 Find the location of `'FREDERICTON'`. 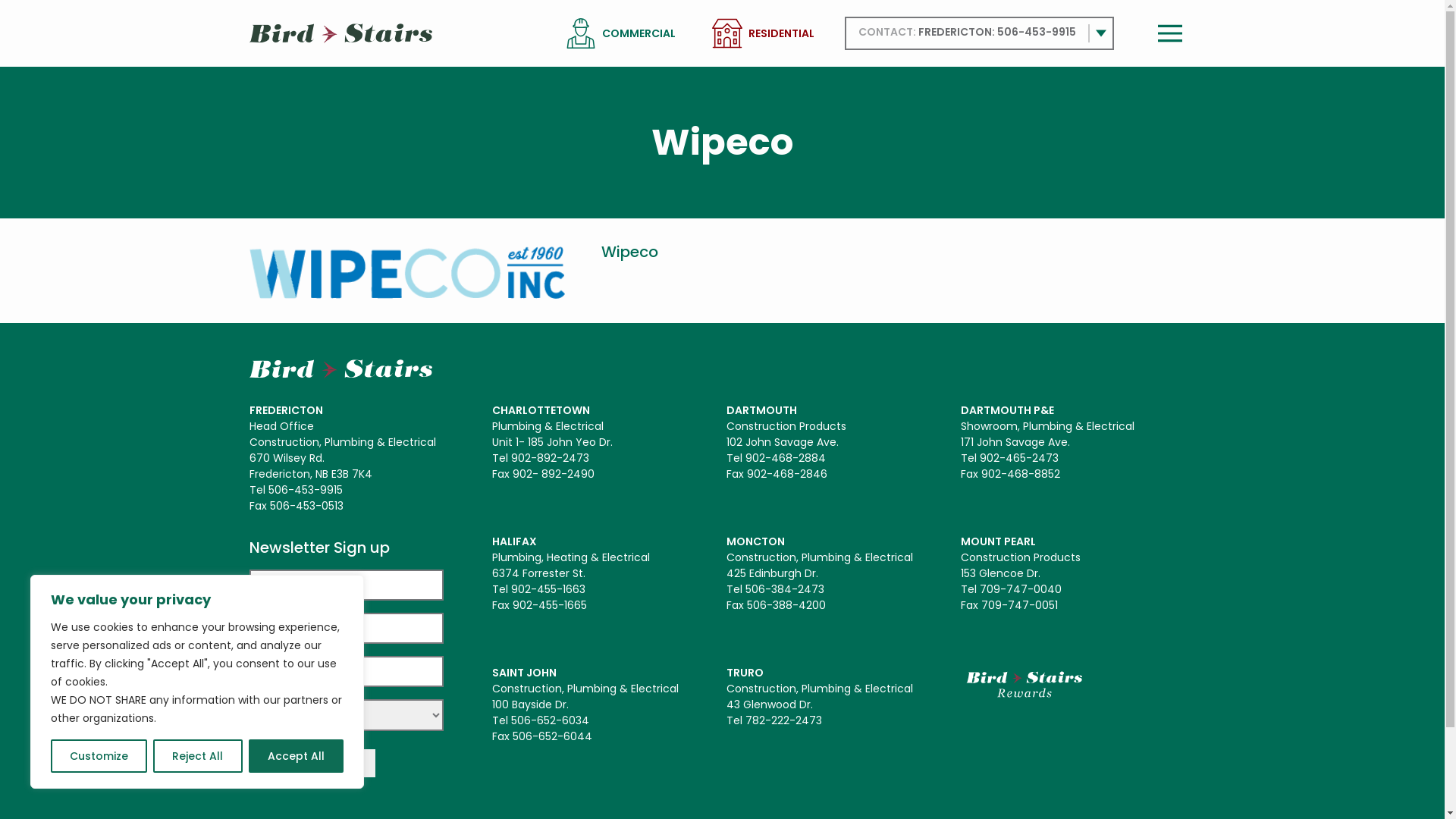

'FREDERICTON' is located at coordinates (285, 409).